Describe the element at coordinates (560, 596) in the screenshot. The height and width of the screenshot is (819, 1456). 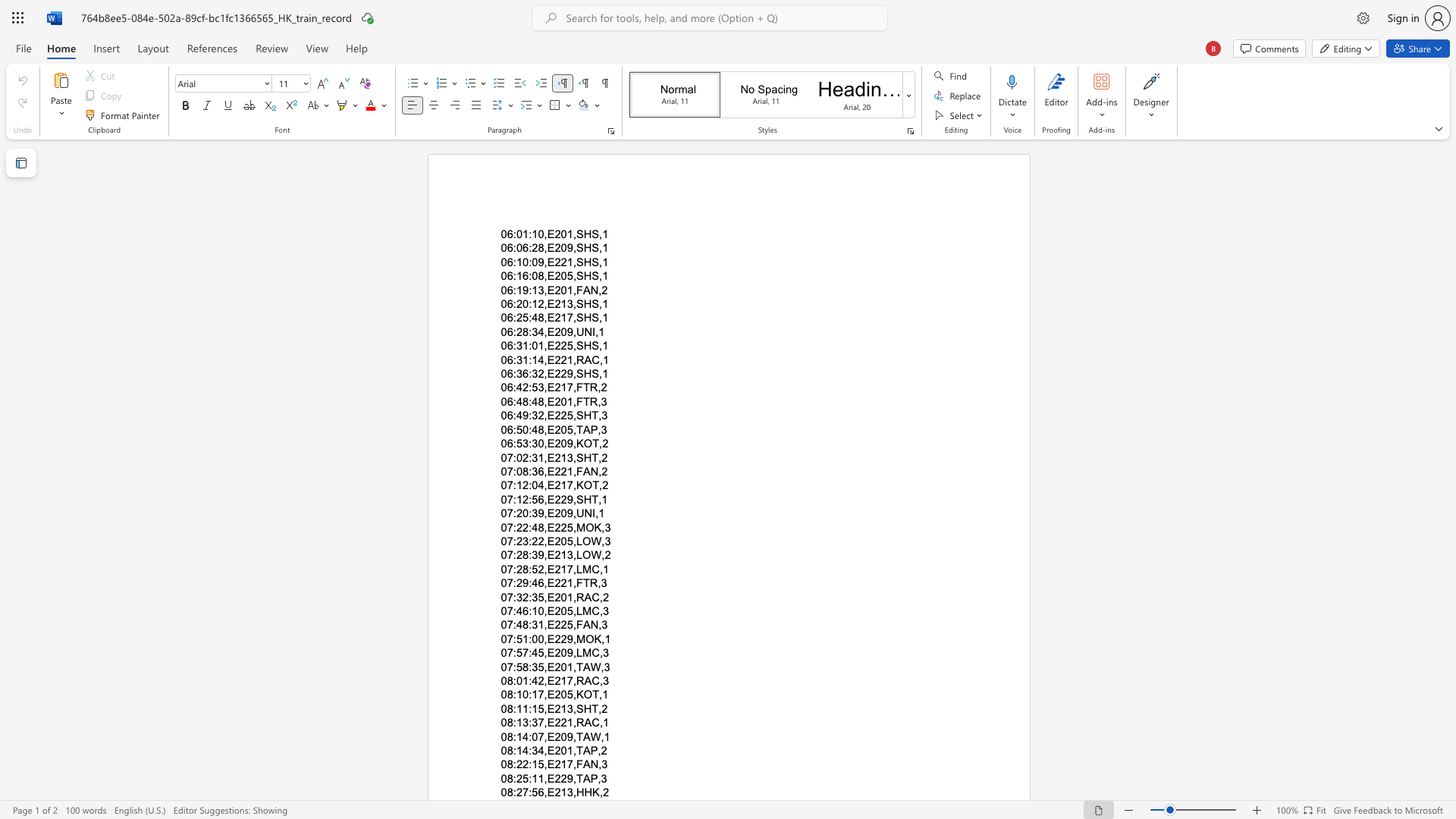
I see `the space between the continuous character "2" and "0" in the text` at that location.